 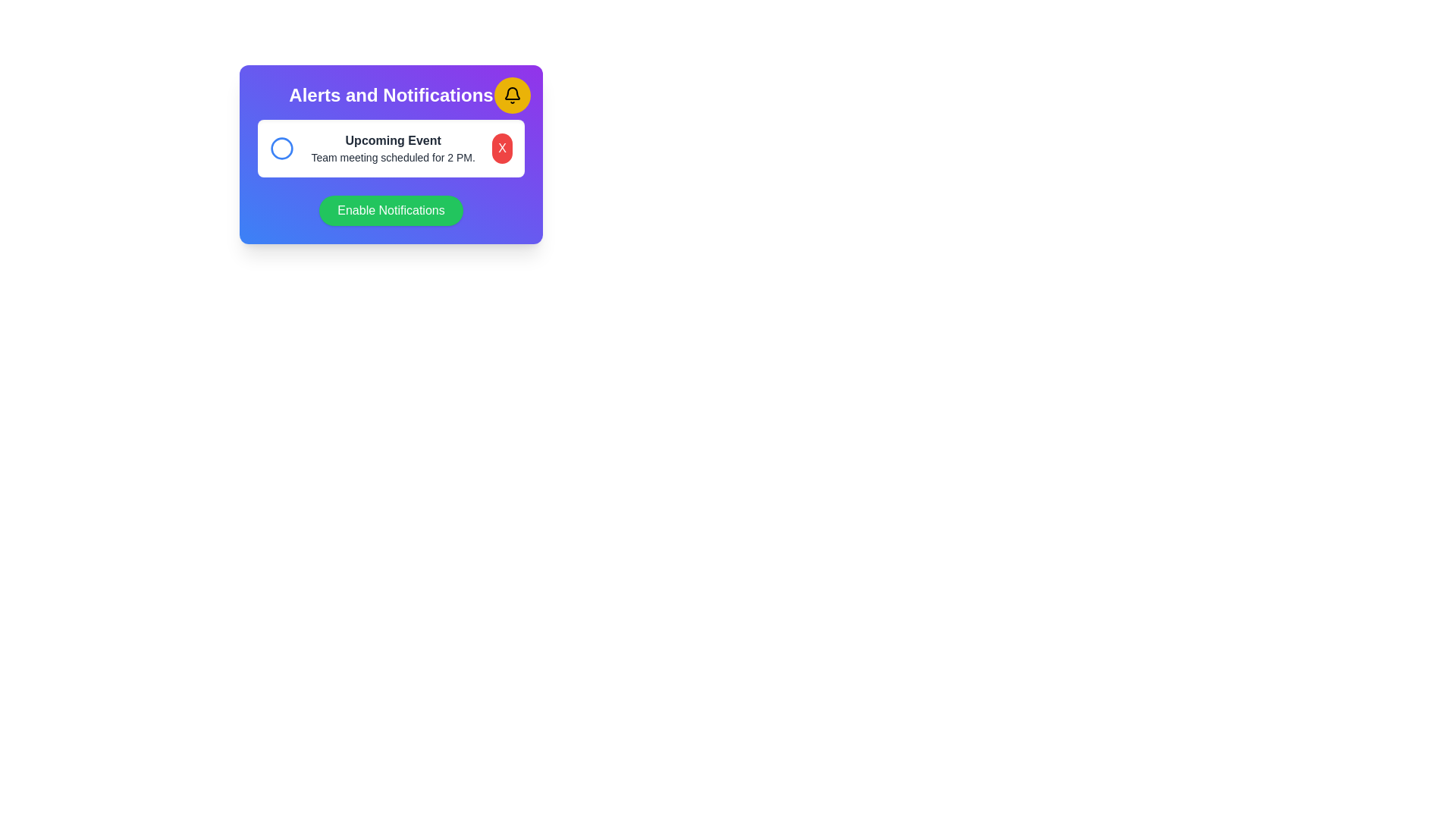 What do you see at coordinates (513, 96) in the screenshot?
I see `the notification bell button located in the top-right corner of the interface` at bounding box center [513, 96].